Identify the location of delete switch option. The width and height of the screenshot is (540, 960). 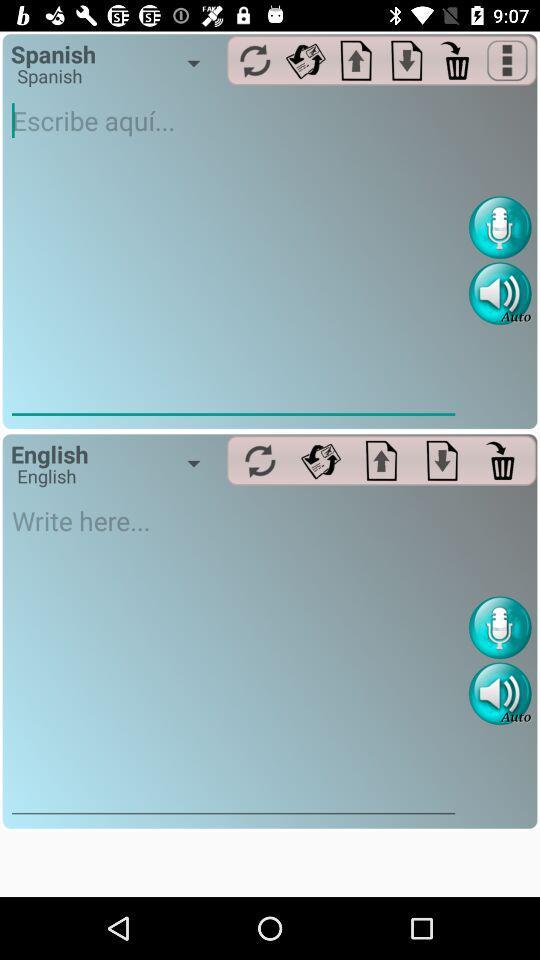
(502, 460).